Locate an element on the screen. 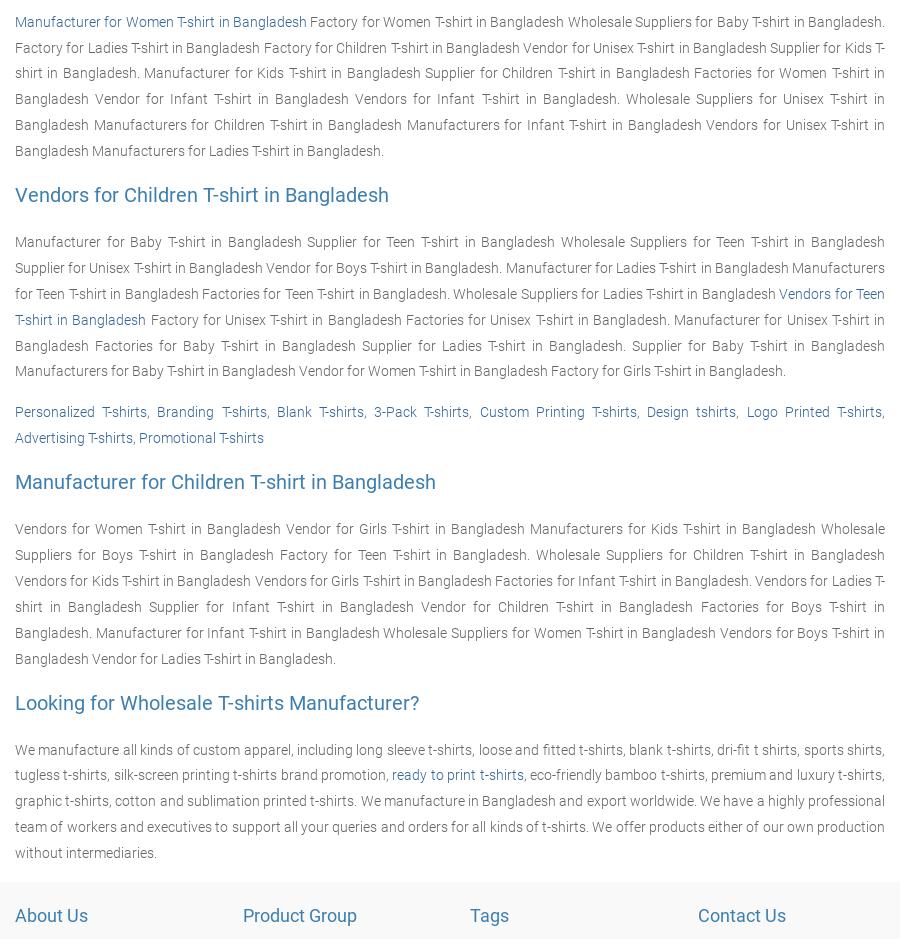  'Factory for Unisex T-shirt in Bangladesh Factories for Unisex T-shirt in Bangladesh. Manufacturer for Unisex T-shirt in Bangladesh Factories for Baby T-shirt in Bangladesh Supplier for Ladies T-shirt in Bangladesh. Supplier for Baby T-shirt in Bangladesh Manufacturers for Baby T-shirt in Bangladesh Vendor for Women T-shirt in Bangladesh Factory for Girls T-shirt in Bangladesh.' is located at coordinates (448, 343).